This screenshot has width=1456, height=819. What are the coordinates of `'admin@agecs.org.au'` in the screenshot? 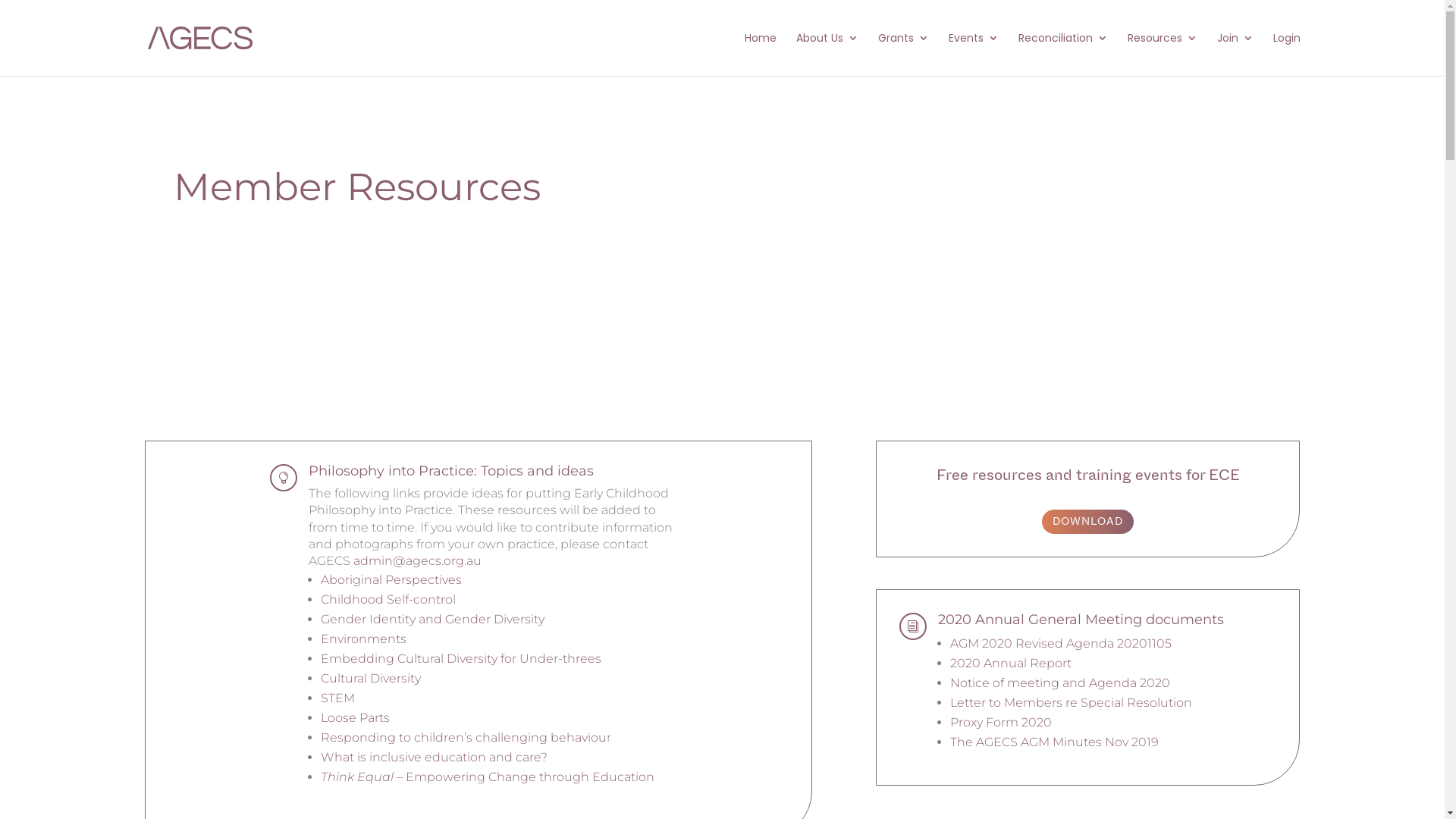 It's located at (417, 560).